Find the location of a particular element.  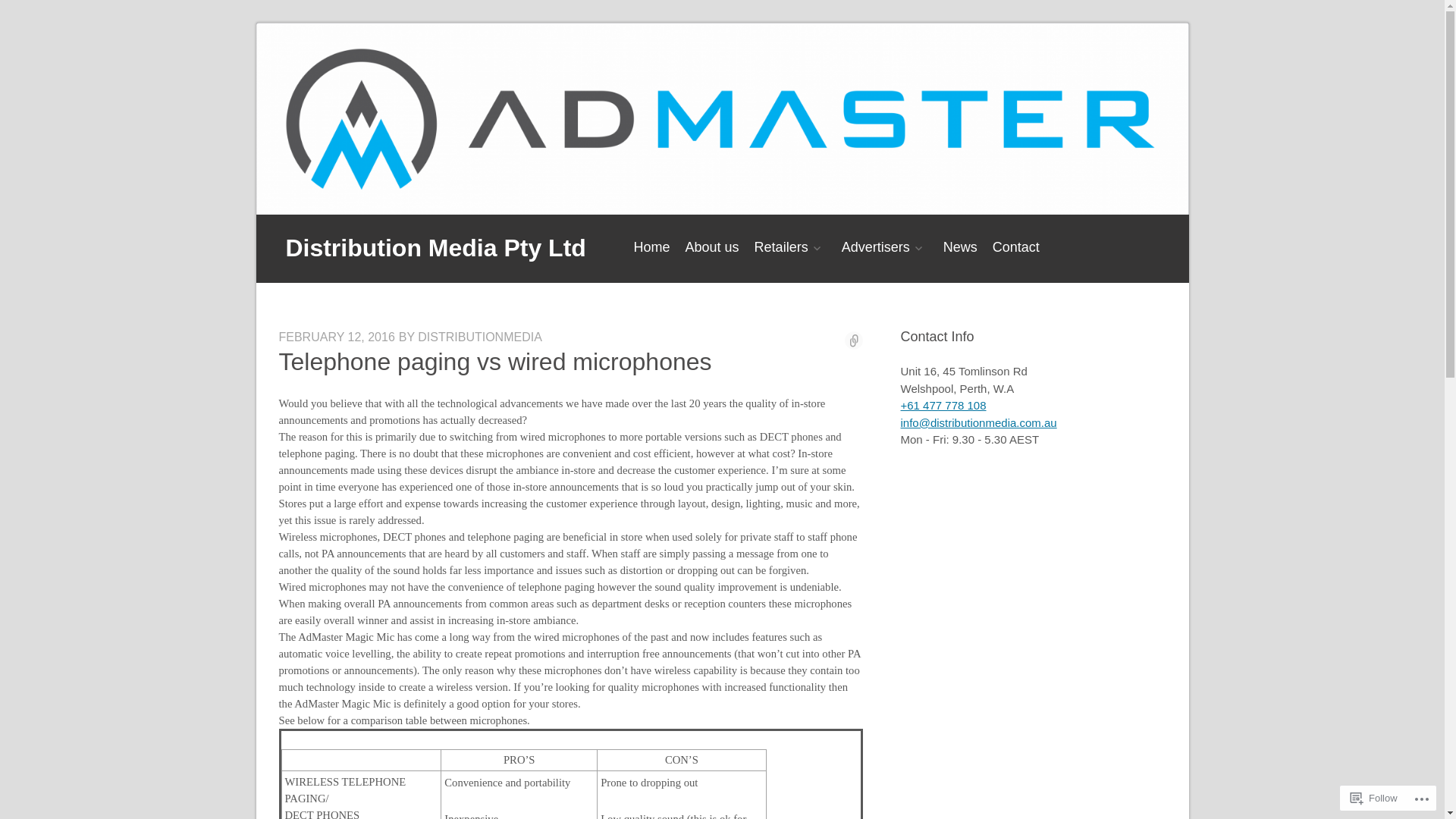

'Contact' is located at coordinates (1015, 246).